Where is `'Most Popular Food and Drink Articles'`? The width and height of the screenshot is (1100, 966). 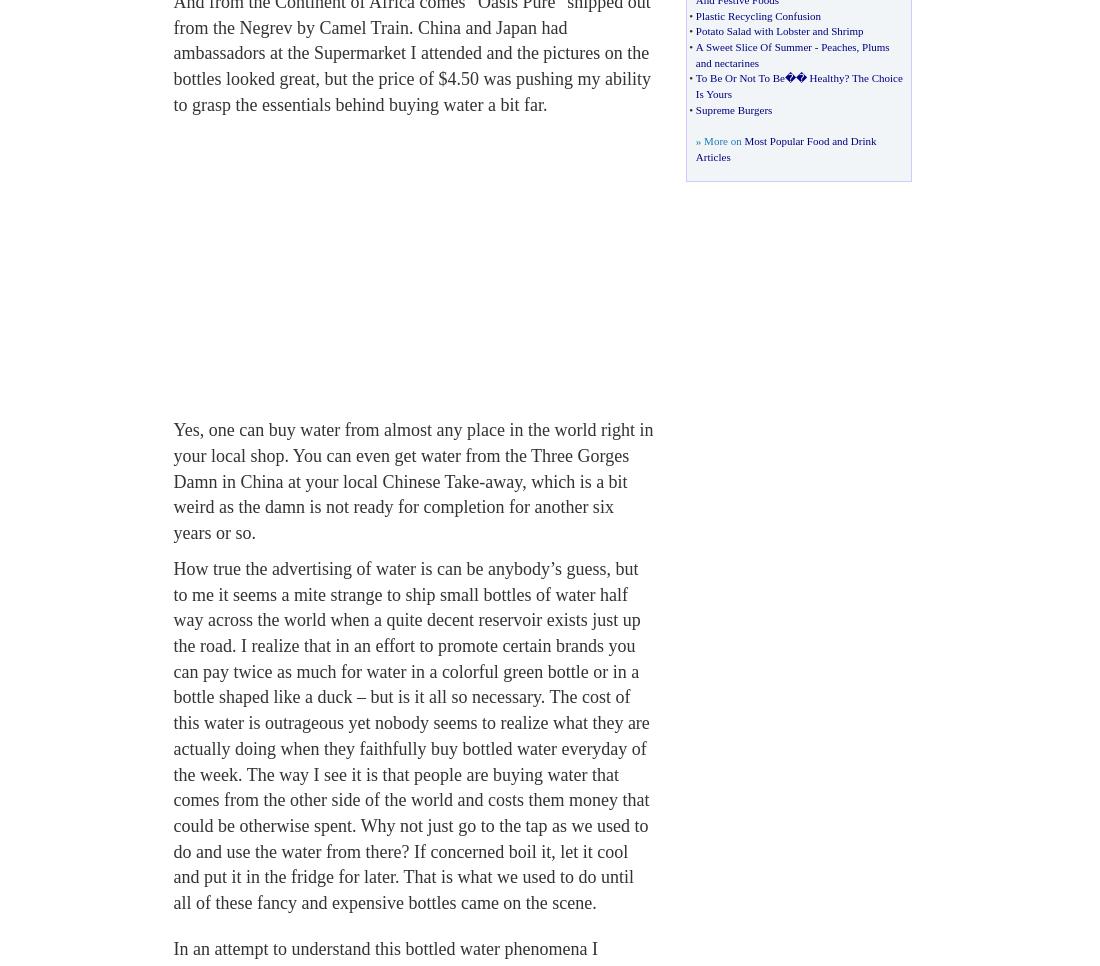 'Most Popular Food and Drink Articles' is located at coordinates (785, 147).